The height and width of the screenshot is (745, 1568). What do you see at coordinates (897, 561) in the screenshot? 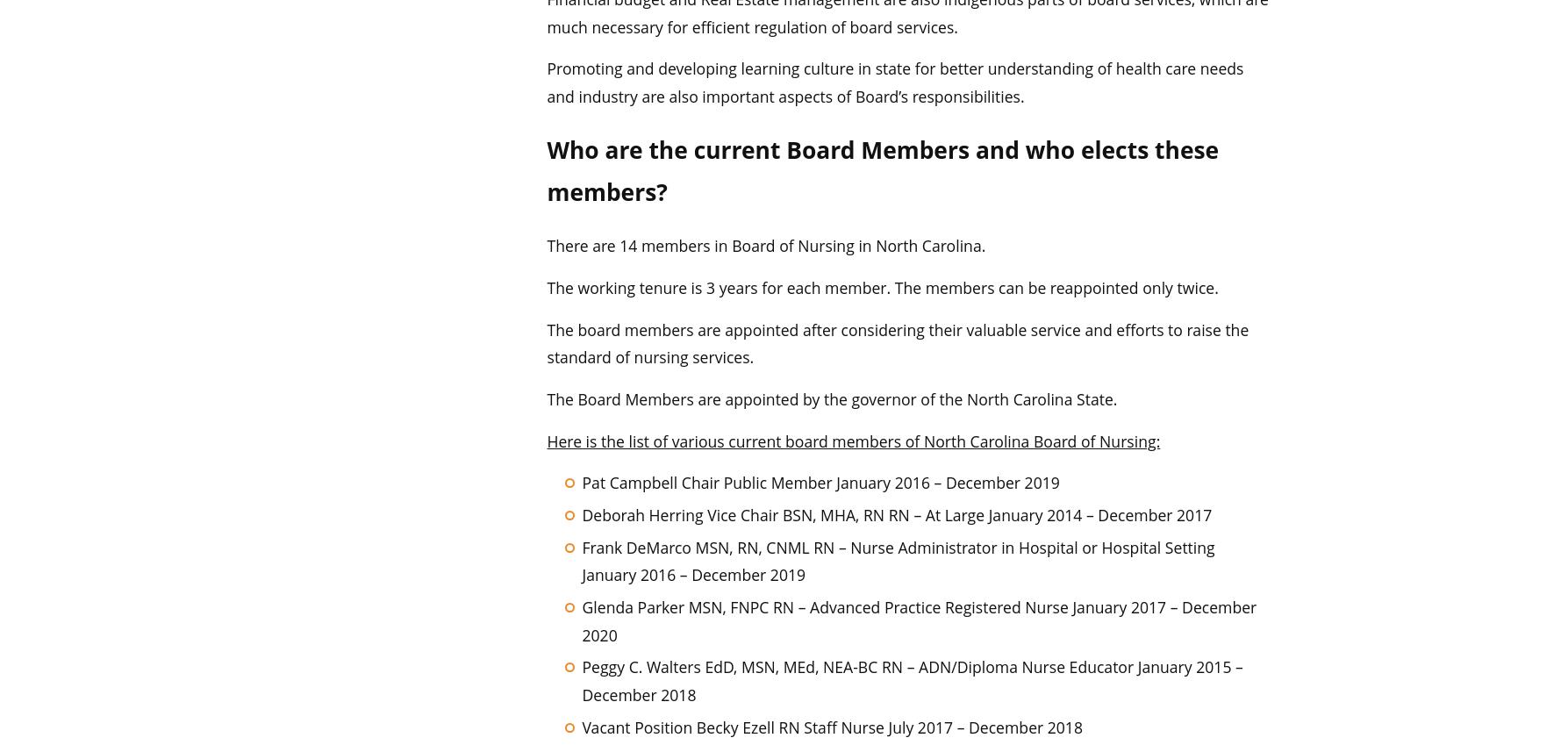
I see `'Frank DeMarco MSN, RN, CNML RN – Nurse Administrator in Hospital or Hospital Setting January 2016 – December 2019'` at bounding box center [897, 561].